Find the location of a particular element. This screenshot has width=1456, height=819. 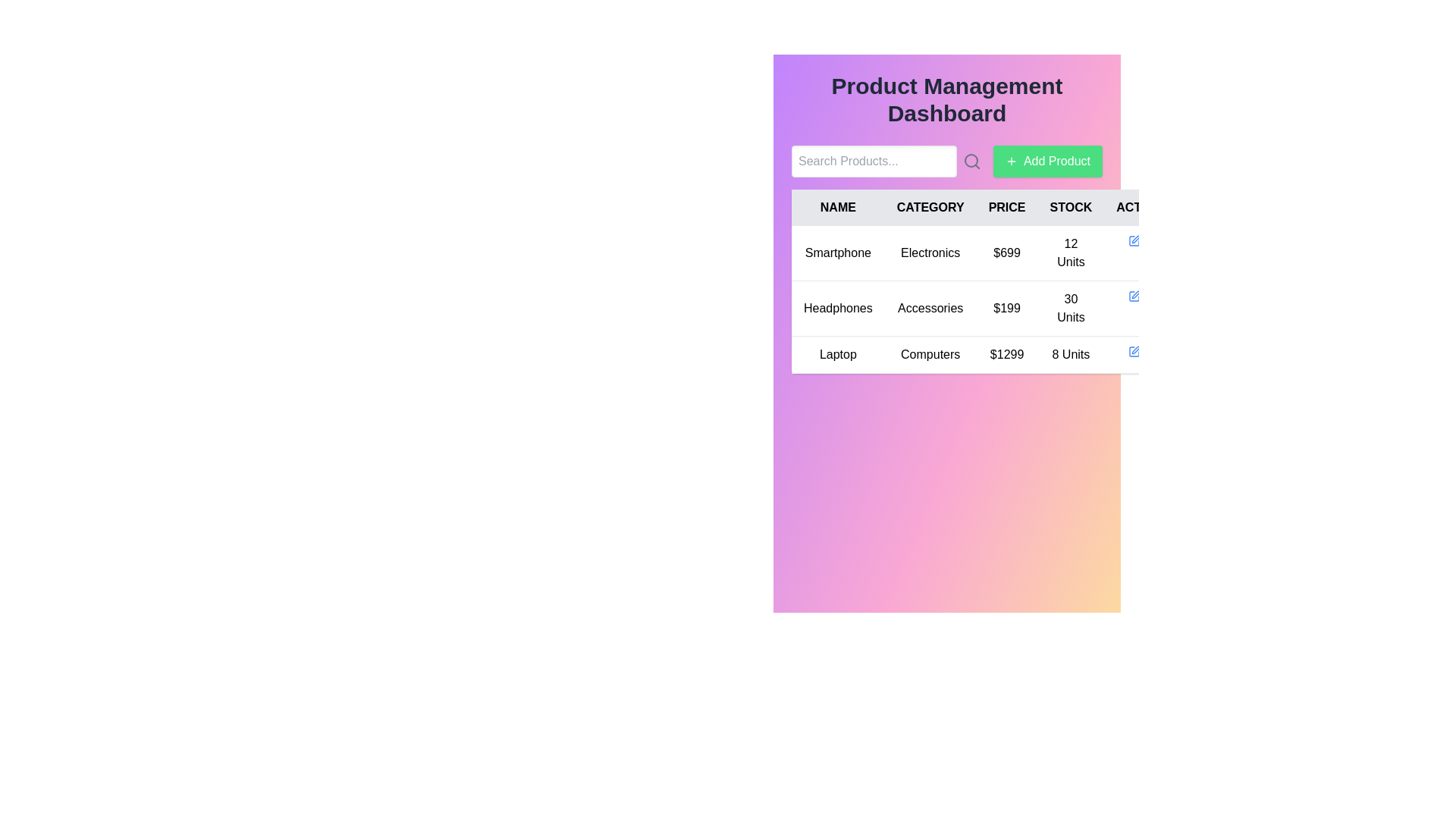

the text label element that reads 'CATEGORY', which is the second cell in the header row of a table with a gray background is located at coordinates (930, 207).